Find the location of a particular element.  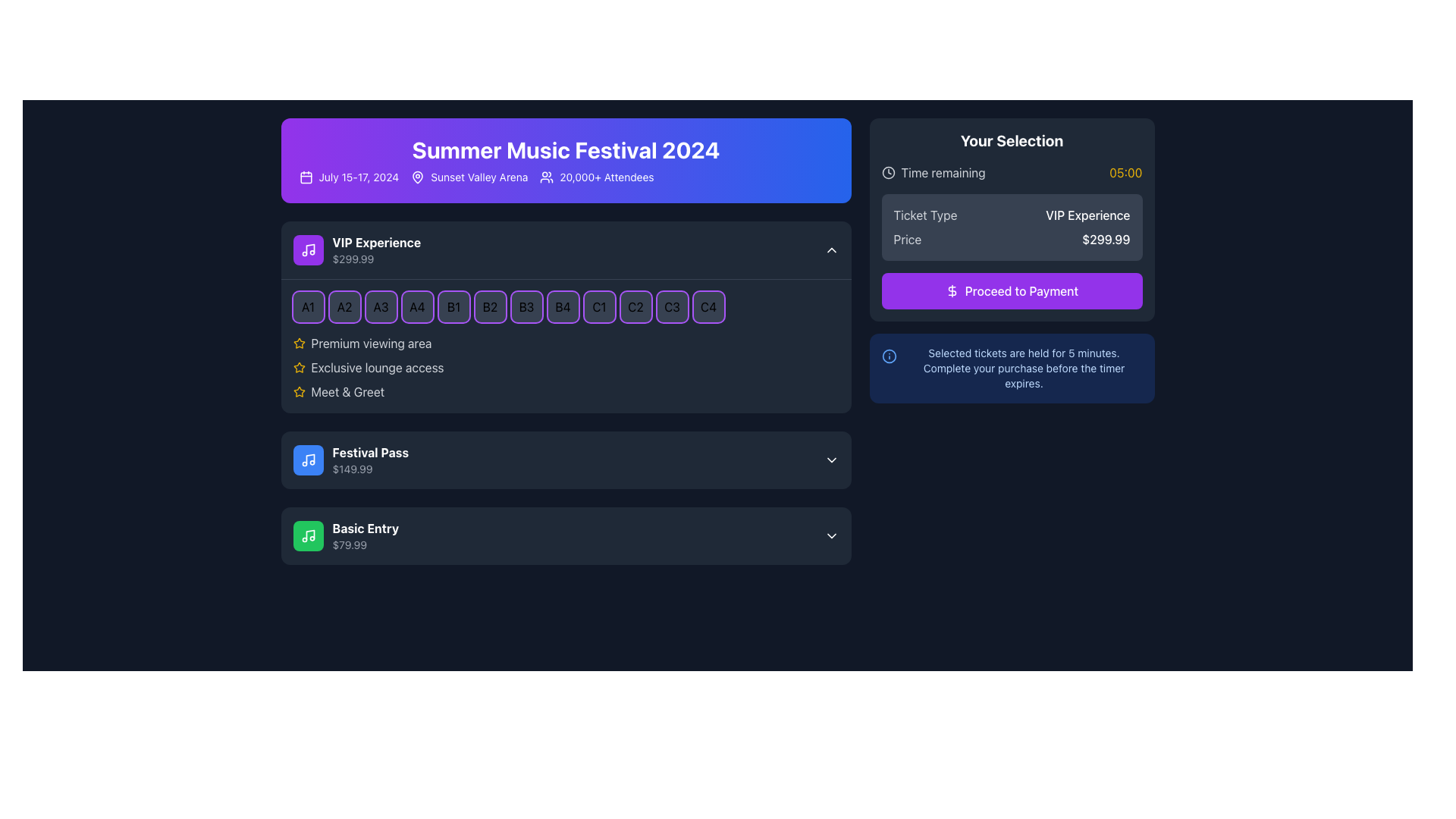

the Text Label displaying the message 'Selected tickets are held for 5 minutes. Complete your purchase before the timer expires.' located in the bottom-right section of the interface is located at coordinates (1024, 369).